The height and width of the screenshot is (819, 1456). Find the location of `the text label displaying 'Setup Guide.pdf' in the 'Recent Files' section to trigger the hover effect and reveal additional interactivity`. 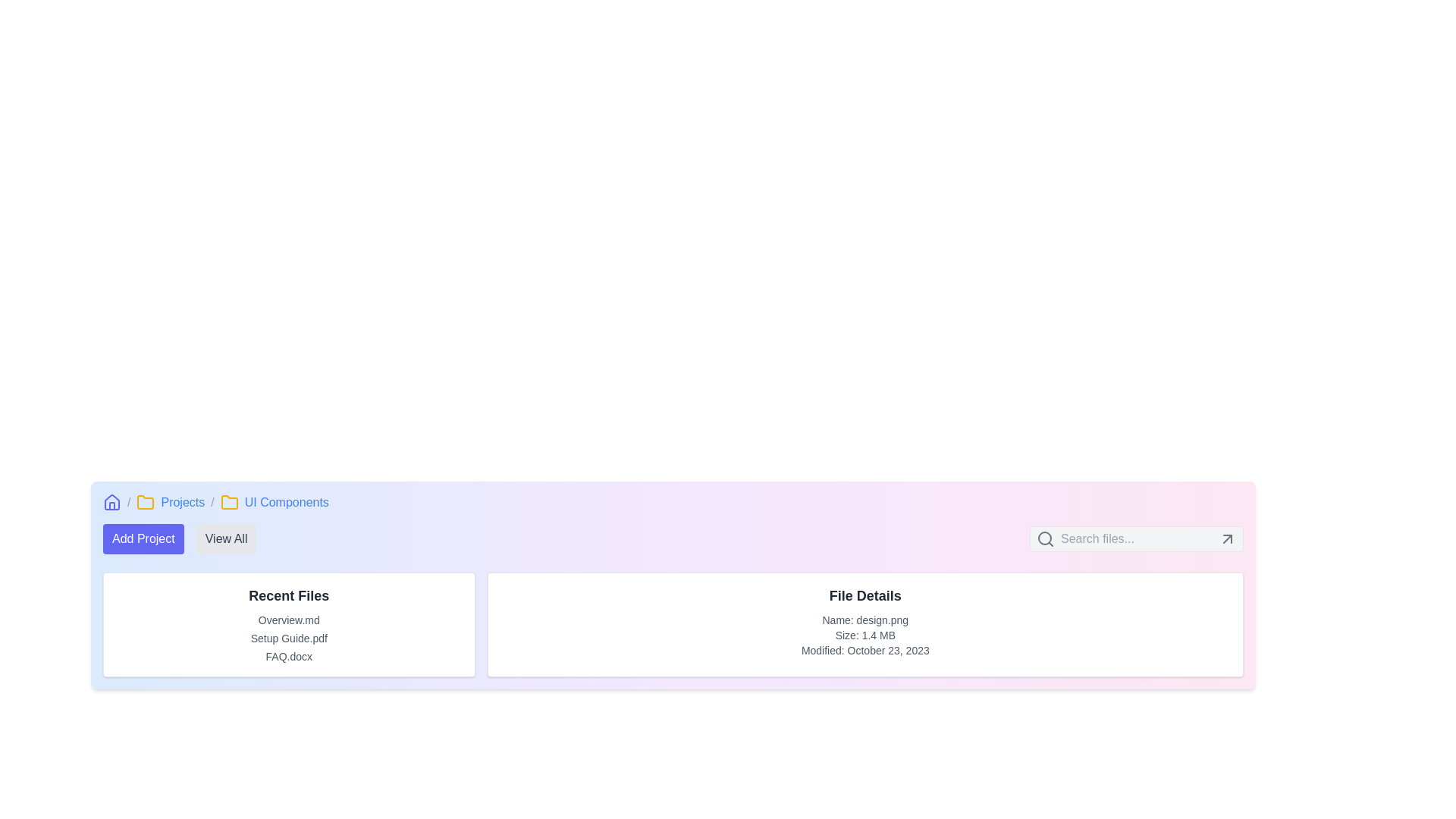

the text label displaying 'Setup Guide.pdf' in the 'Recent Files' section to trigger the hover effect and reveal additional interactivity is located at coordinates (289, 638).